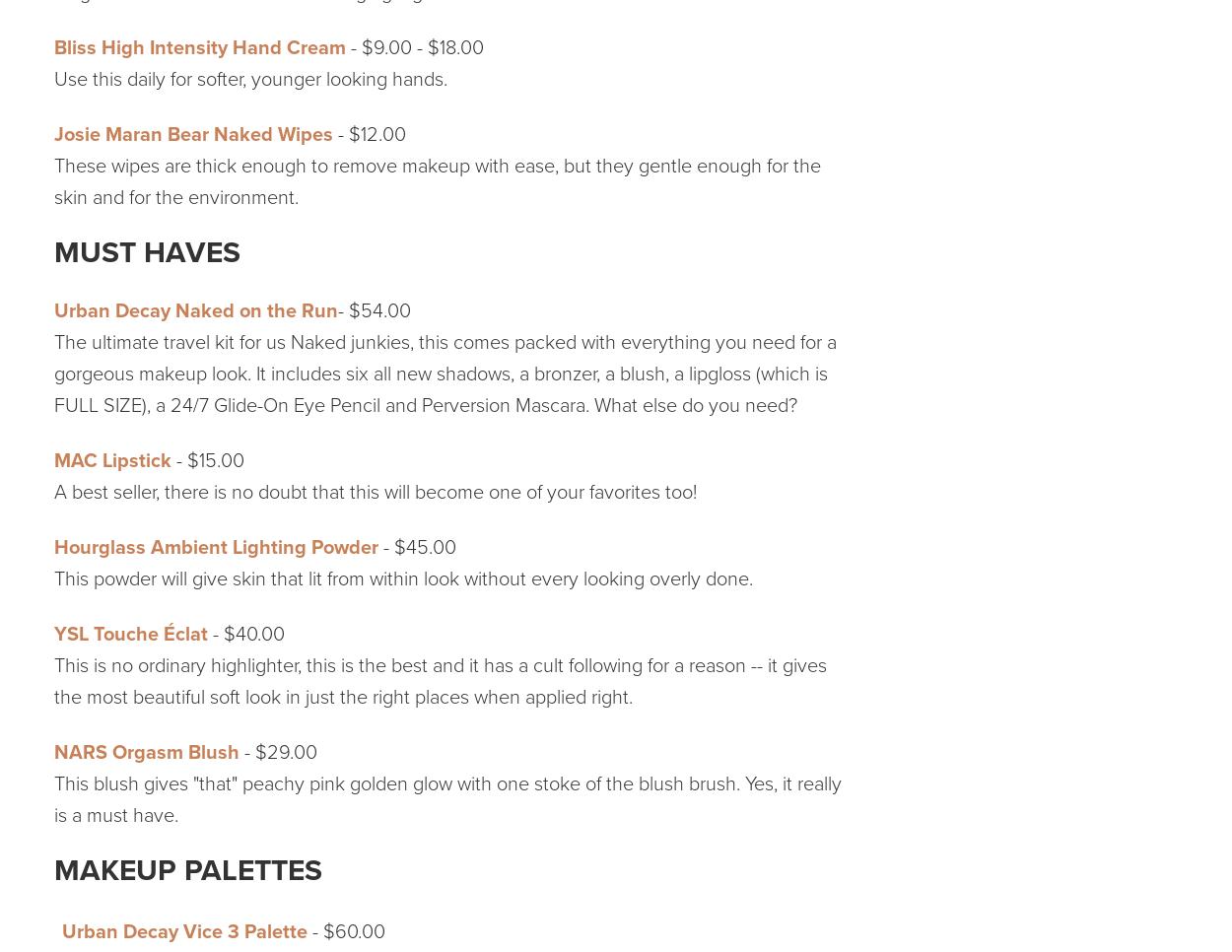 The image size is (1232, 952). Describe the element at coordinates (199, 47) in the screenshot. I see `'Bliss High Intensity Hand Cream'` at that location.